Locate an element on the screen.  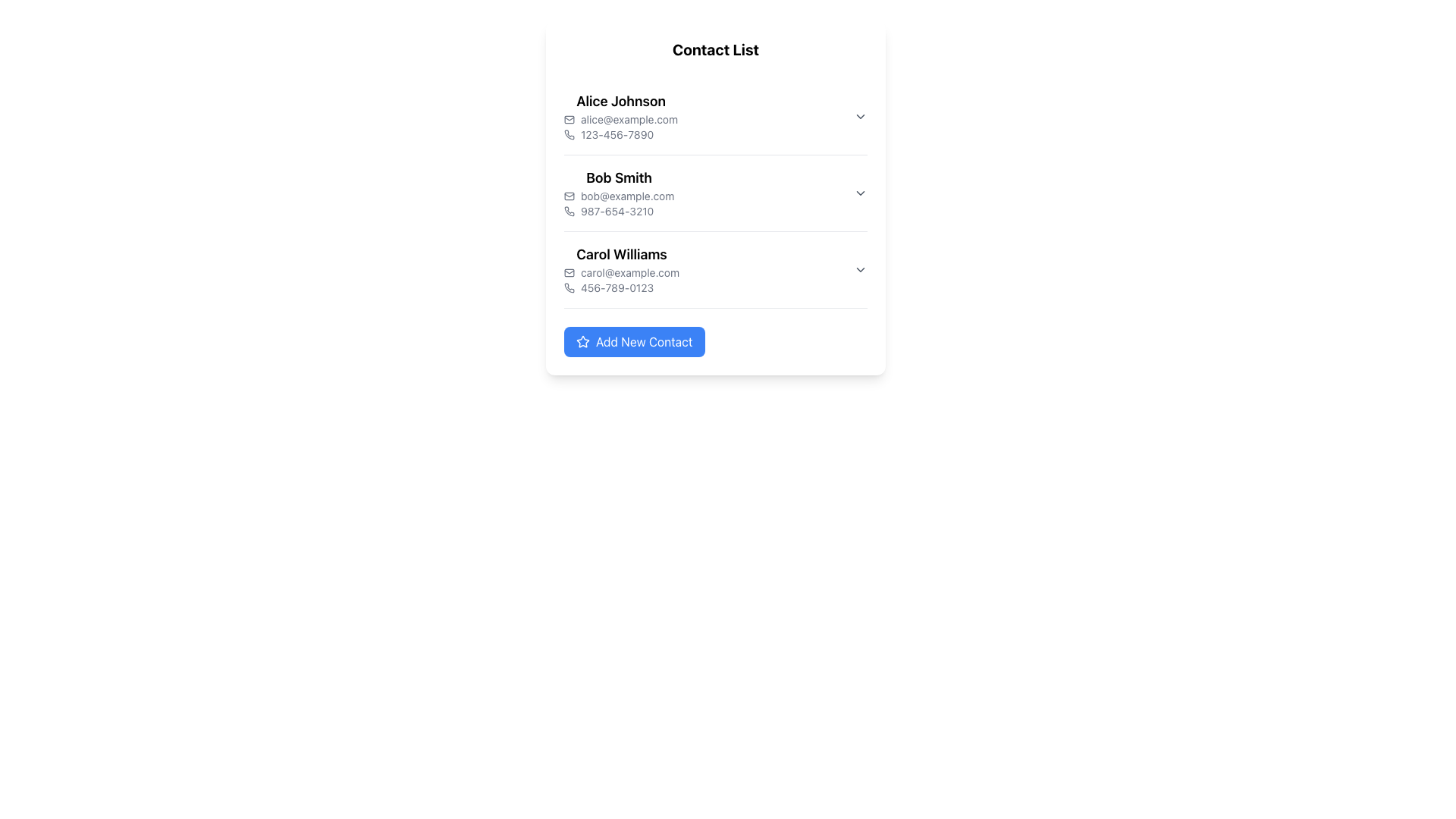
the email address of the contact 'Bob Smith' is located at coordinates (619, 195).